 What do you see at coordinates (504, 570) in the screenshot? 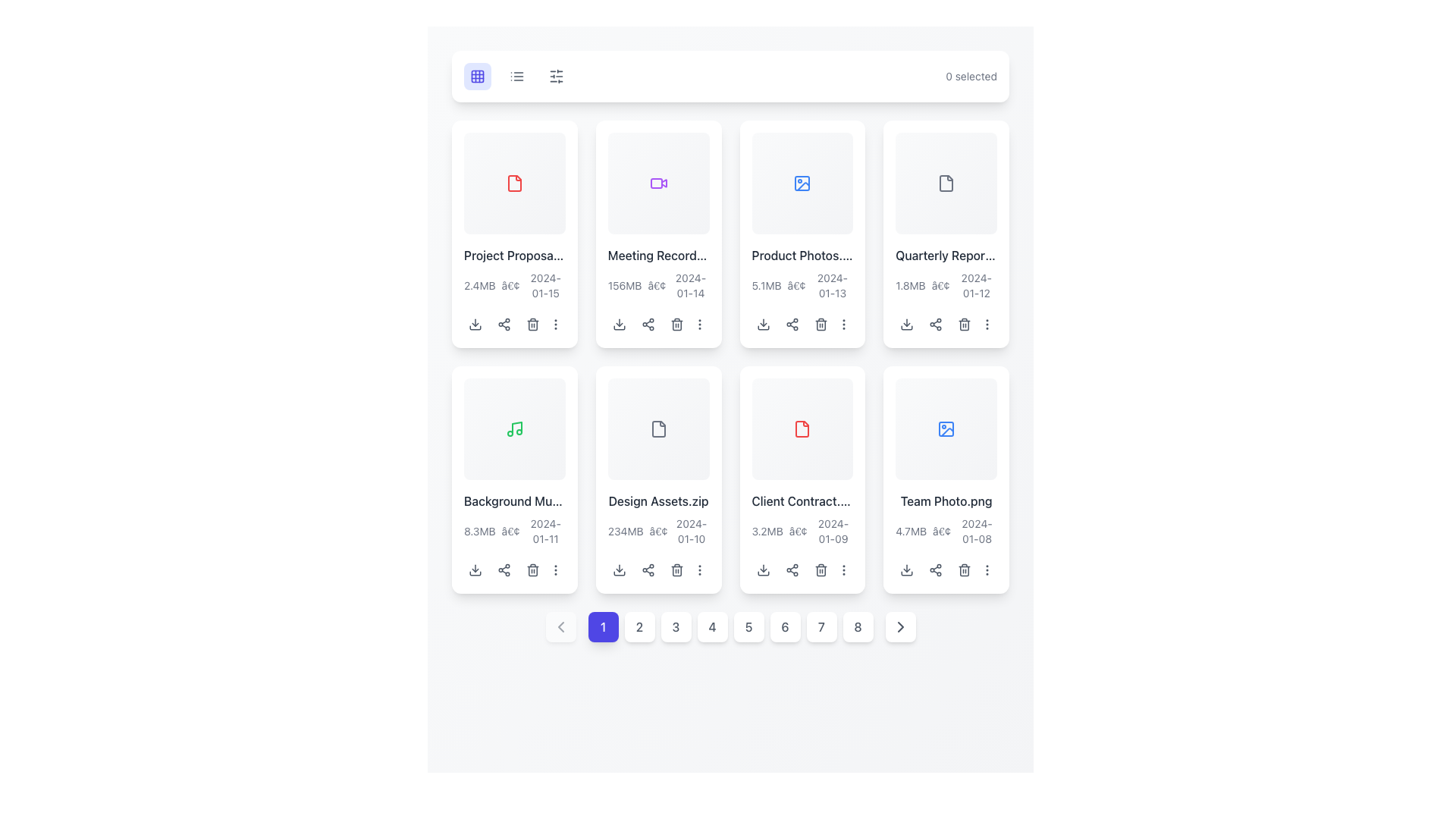
I see `the share icon button, which is visually represented by three interconnected circles forming a triangular pattern, located in the 'Background Music' card among the functional icons` at bounding box center [504, 570].